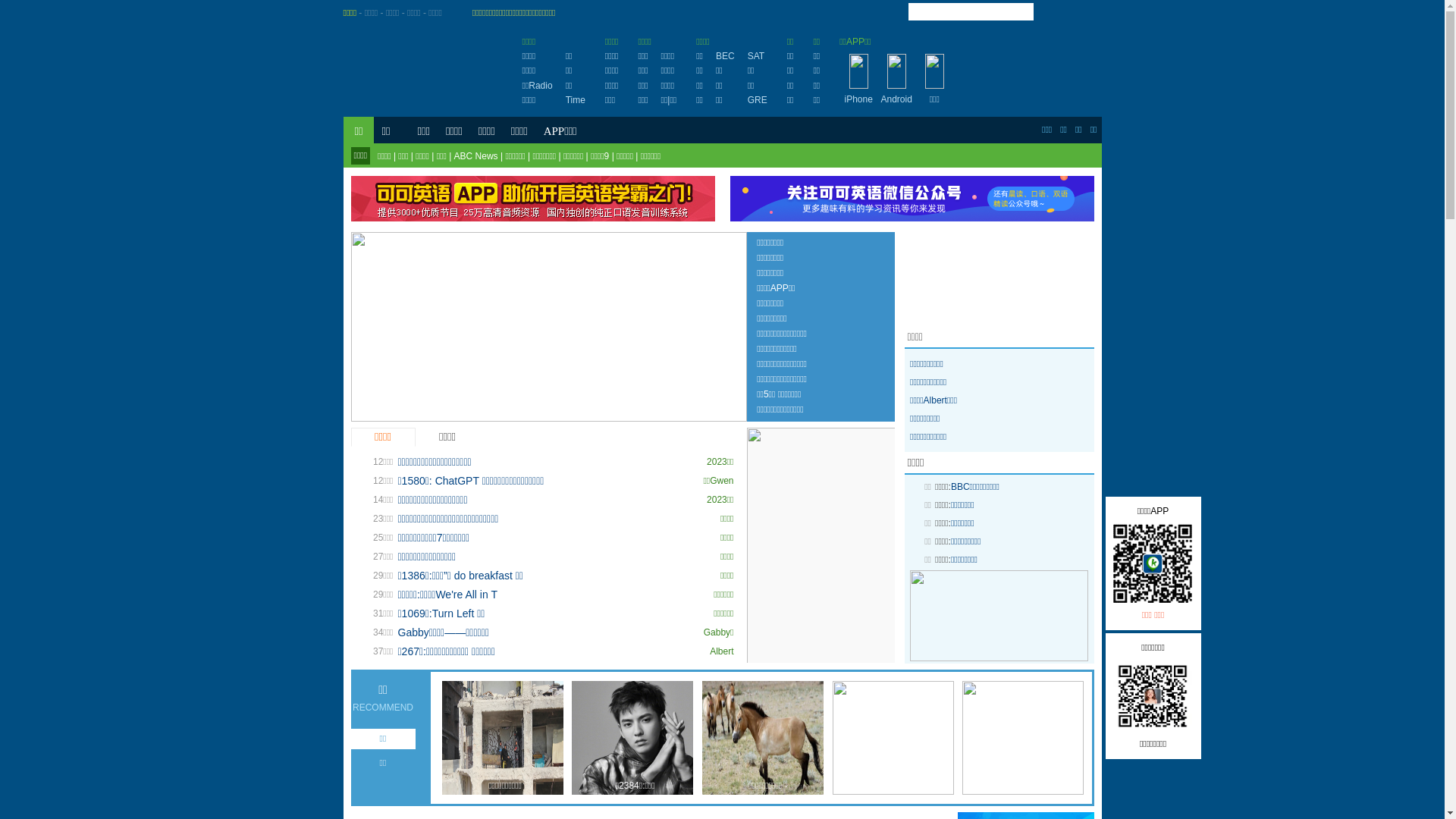 This screenshot has height=819, width=1456. Describe the element at coordinates (574, 99) in the screenshot. I see `'Time'` at that location.